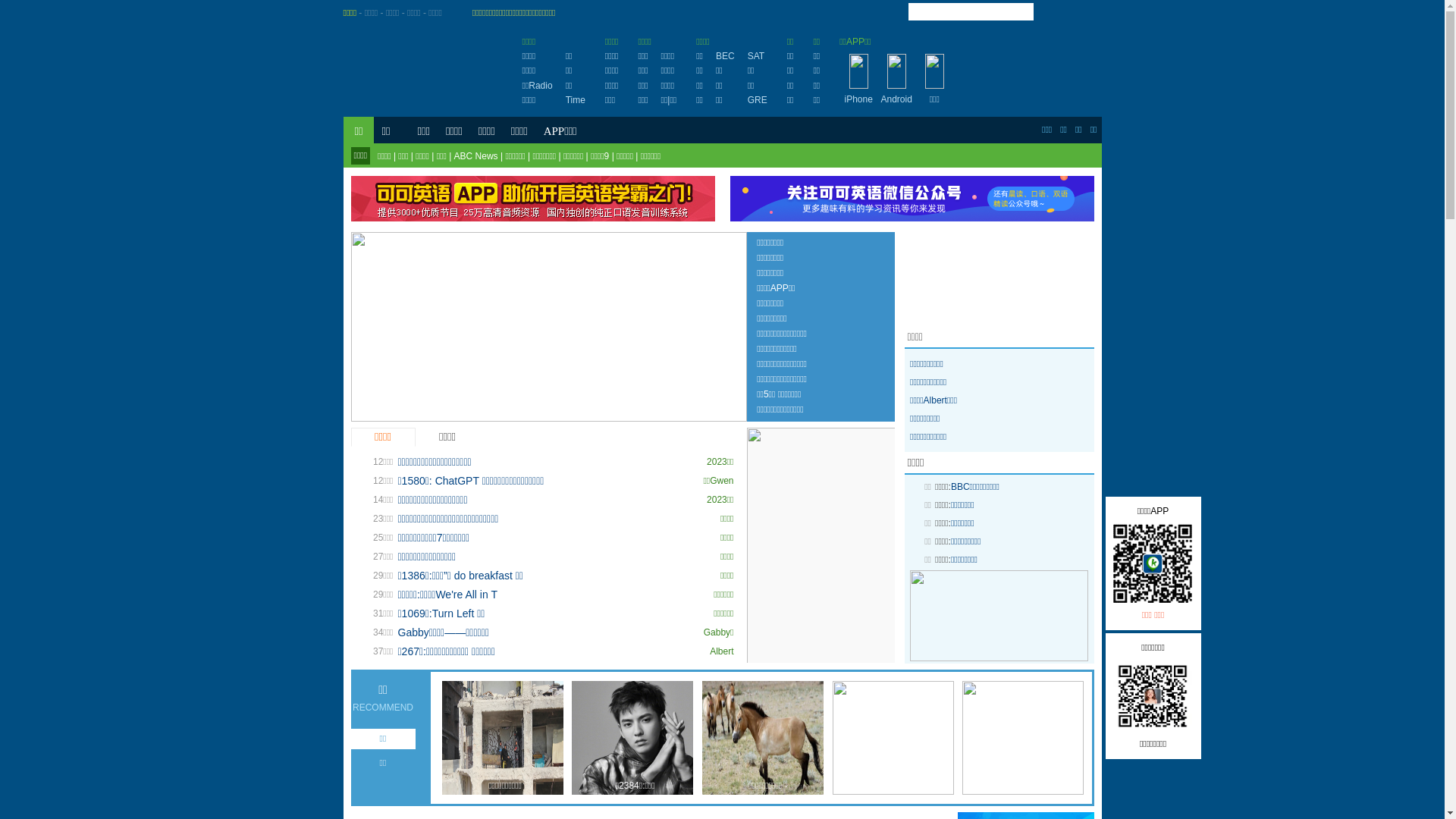 This screenshot has height=819, width=1456. Describe the element at coordinates (574, 99) in the screenshot. I see `'Time'` at that location.